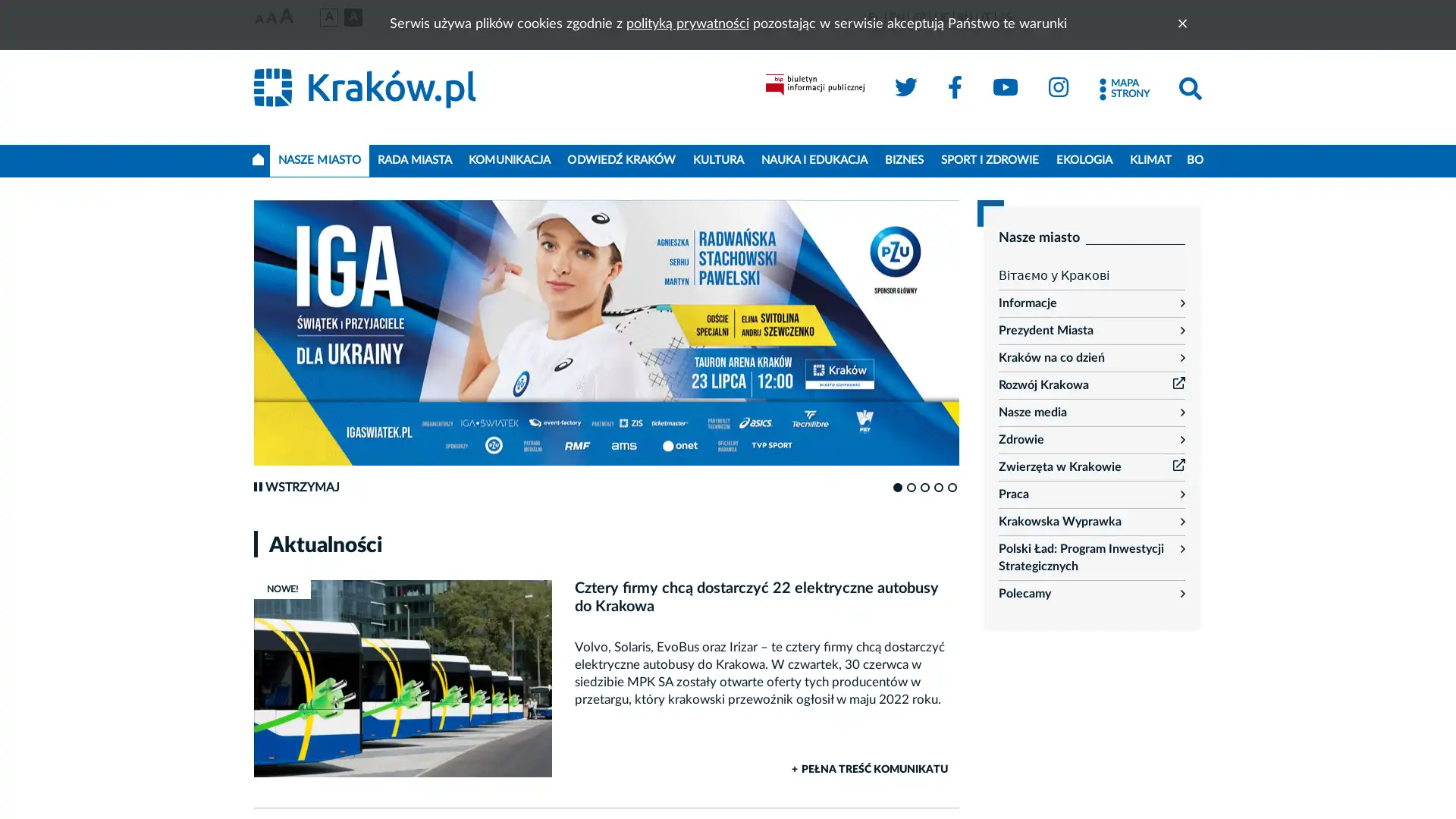 The height and width of the screenshot is (819, 1456). What do you see at coordinates (910, 488) in the screenshot?
I see `Go to slide 2` at bounding box center [910, 488].